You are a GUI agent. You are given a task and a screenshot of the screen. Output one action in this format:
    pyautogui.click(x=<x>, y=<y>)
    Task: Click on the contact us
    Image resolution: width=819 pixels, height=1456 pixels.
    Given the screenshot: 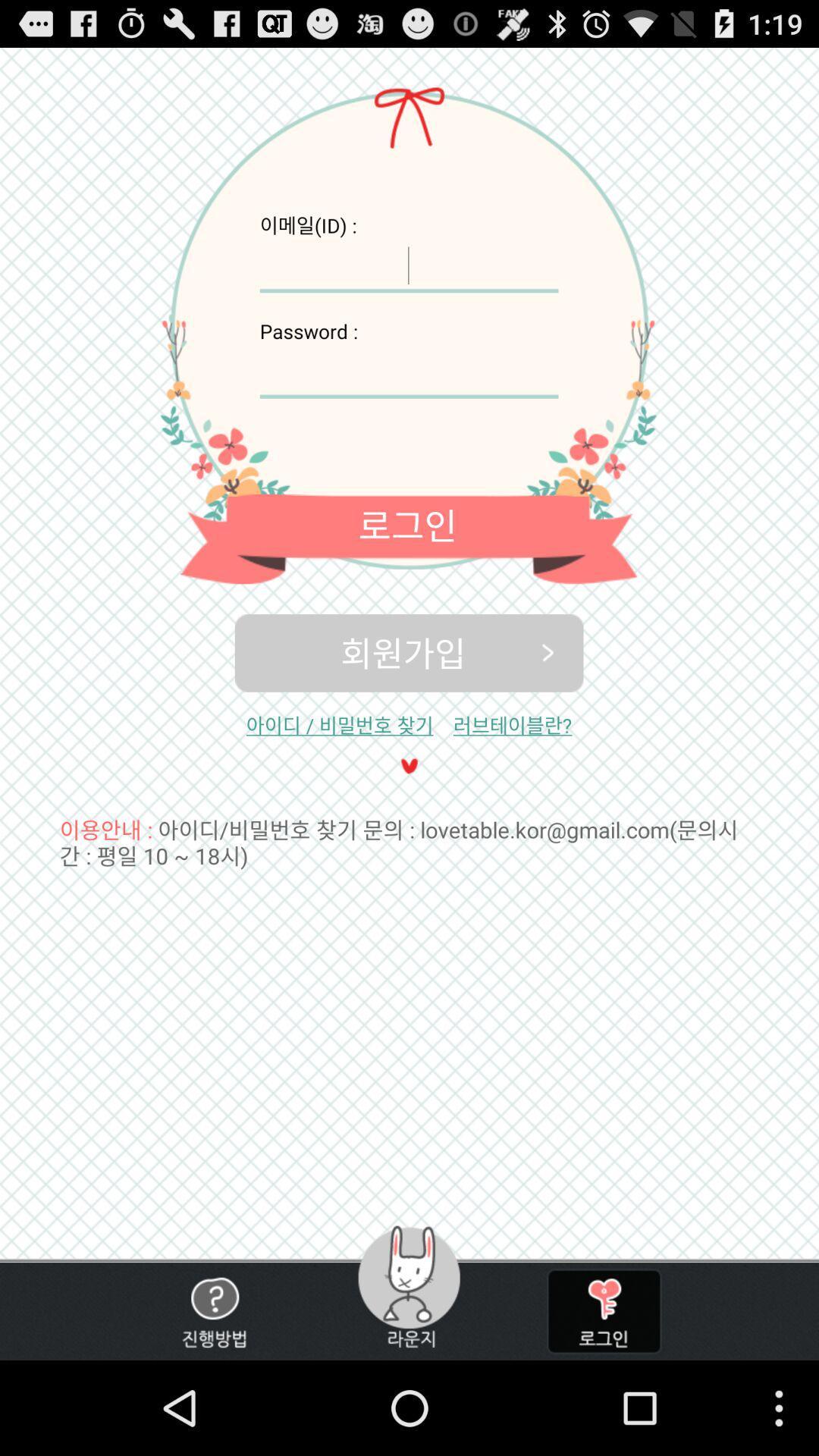 What is the action you would take?
    pyautogui.click(x=214, y=1310)
    